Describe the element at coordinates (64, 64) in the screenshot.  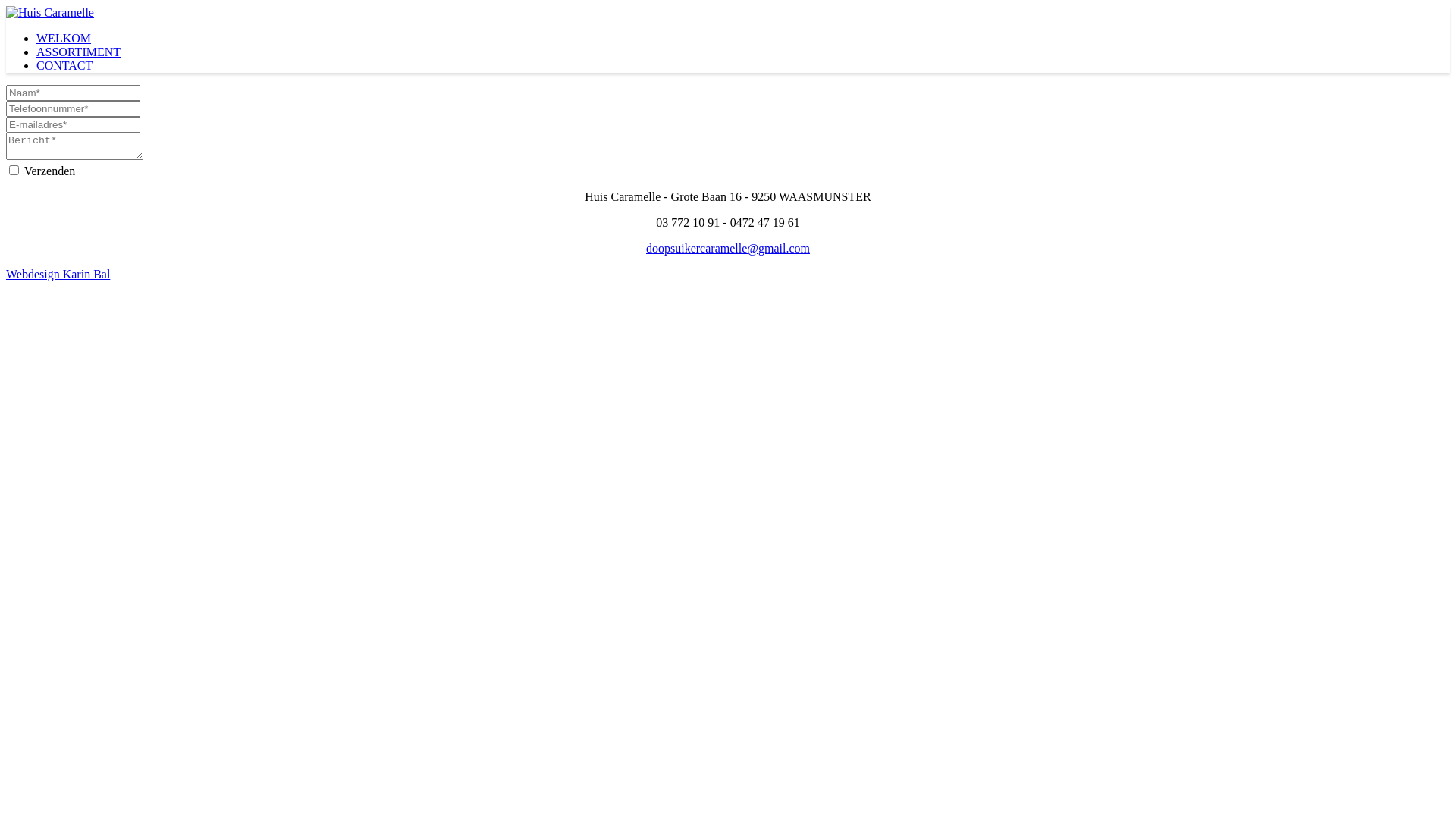
I see `'CONTACT'` at that location.